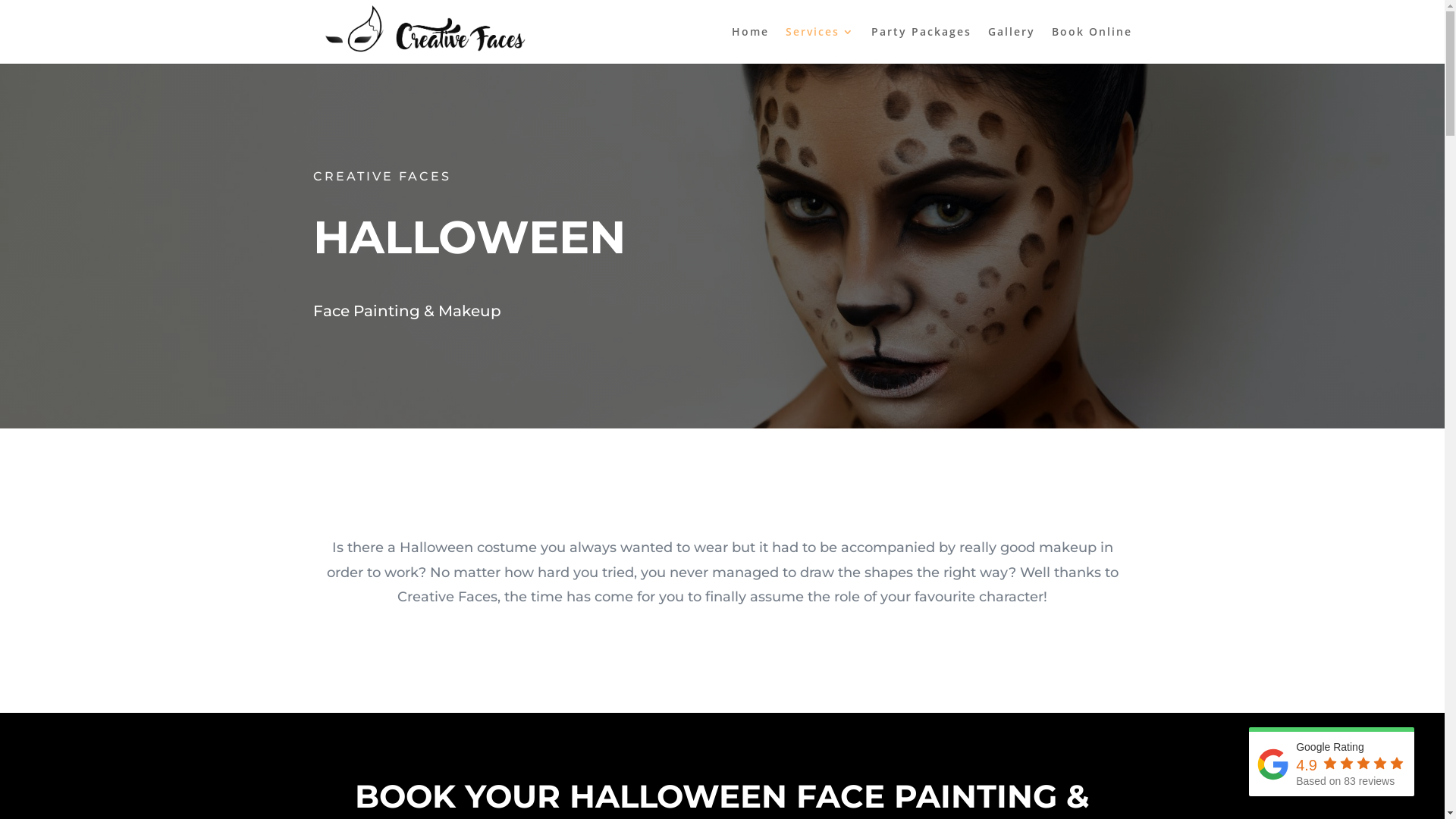  Describe the element at coordinates (920, 44) in the screenshot. I see `'Party Packages'` at that location.